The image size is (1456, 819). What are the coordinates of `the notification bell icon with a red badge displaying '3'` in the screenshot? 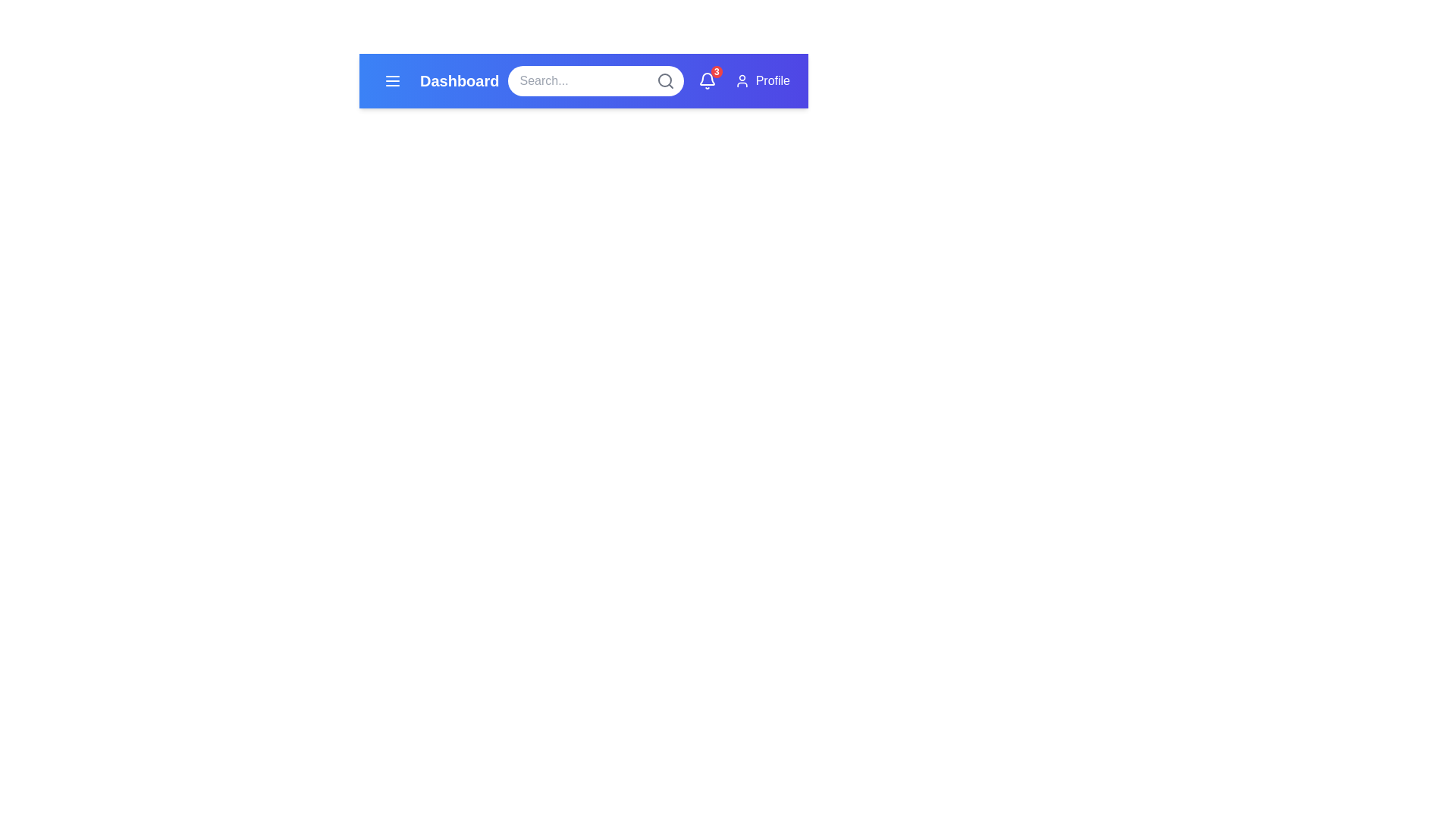 It's located at (706, 81).